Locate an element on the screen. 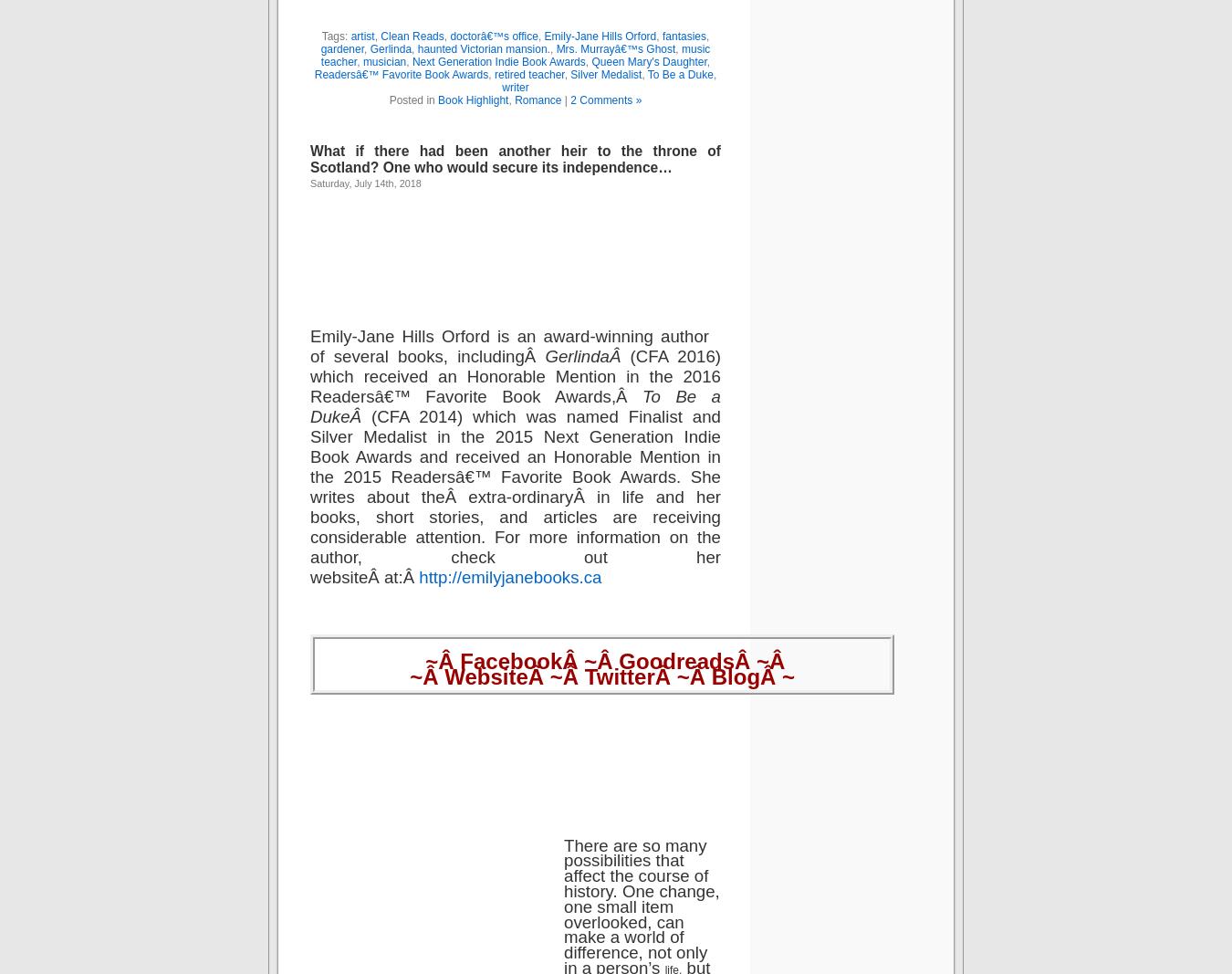 Image resolution: width=1232 pixels, height=974 pixels. 'Book Highlight' is located at coordinates (472, 99).